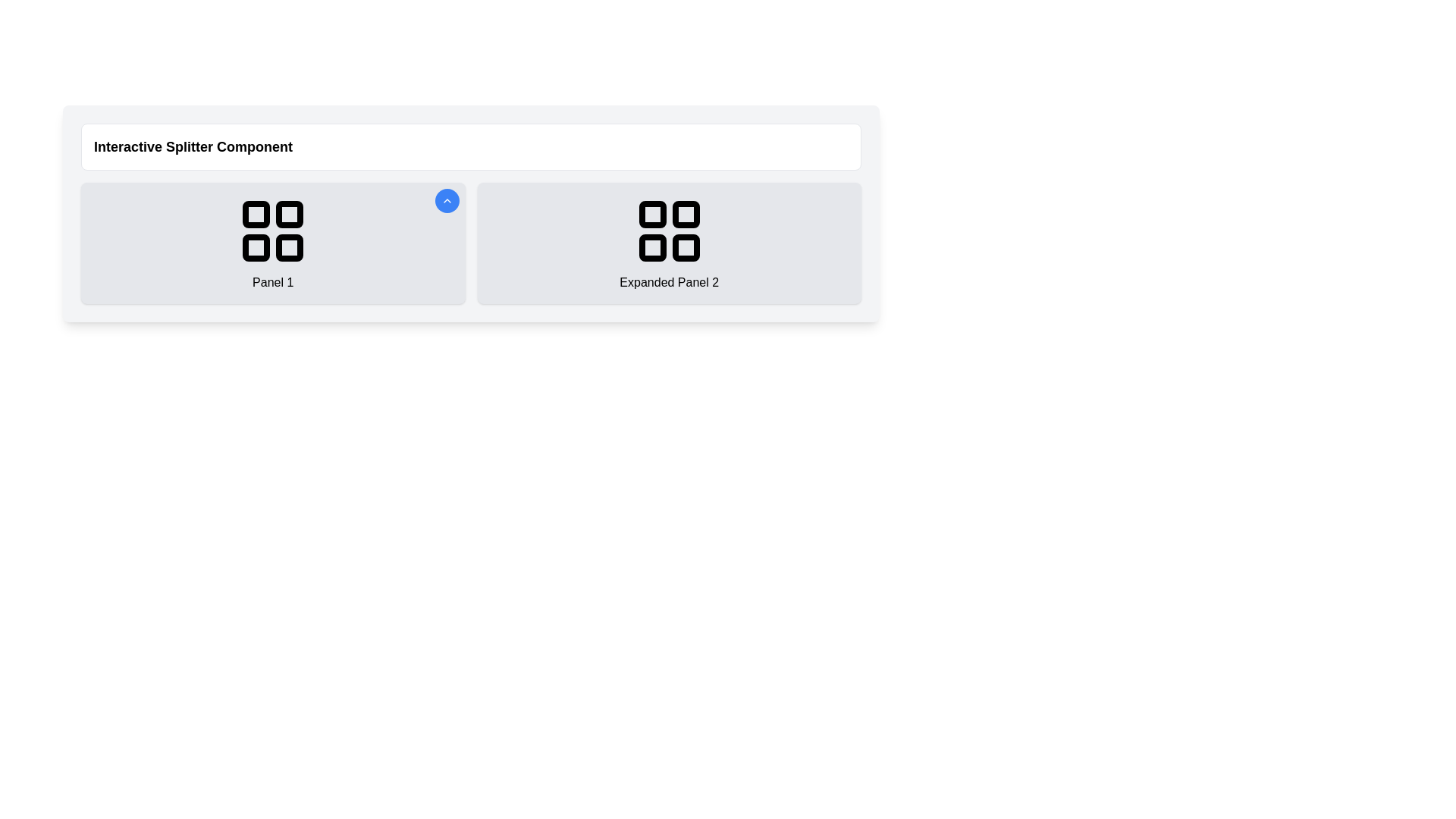 The width and height of the screenshot is (1456, 819). What do you see at coordinates (446, 200) in the screenshot?
I see `the chevron-up icon, which is outlined in a blue circular background and positioned in the top-right corner of 'Panel 1'` at bounding box center [446, 200].